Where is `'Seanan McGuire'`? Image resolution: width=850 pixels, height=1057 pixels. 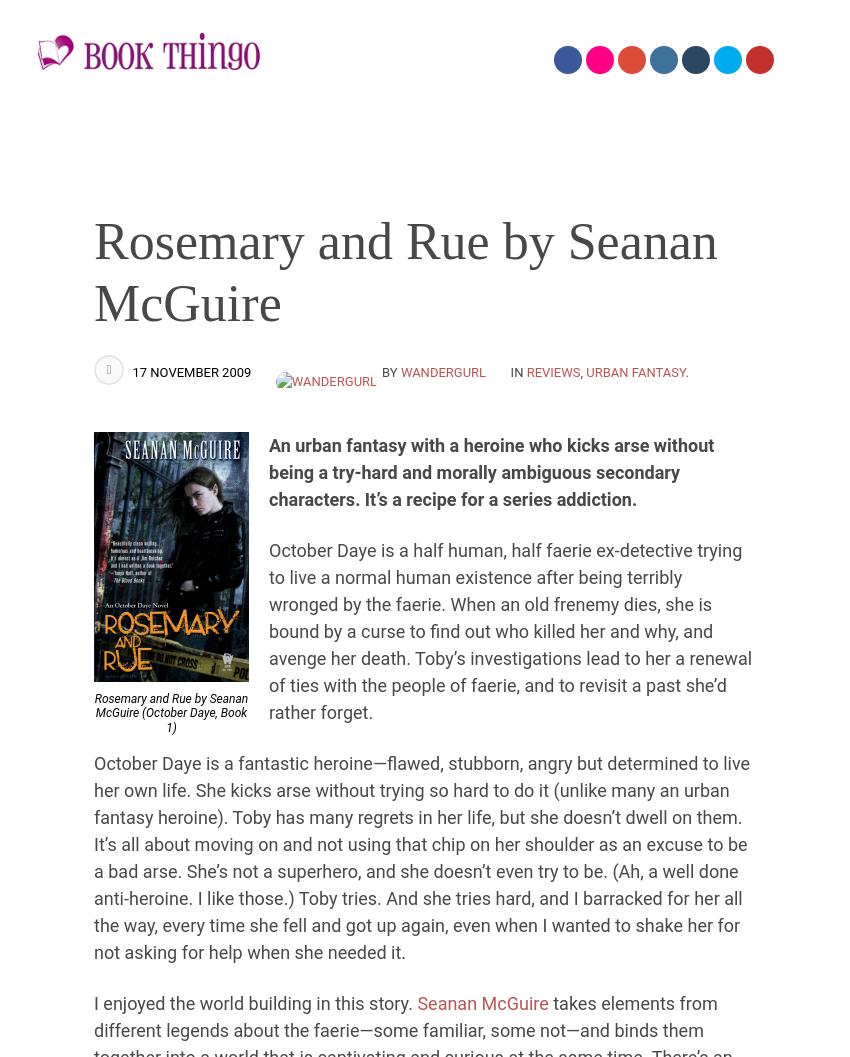
'Seanan McGuire' is located at coordinates (482, 1001).